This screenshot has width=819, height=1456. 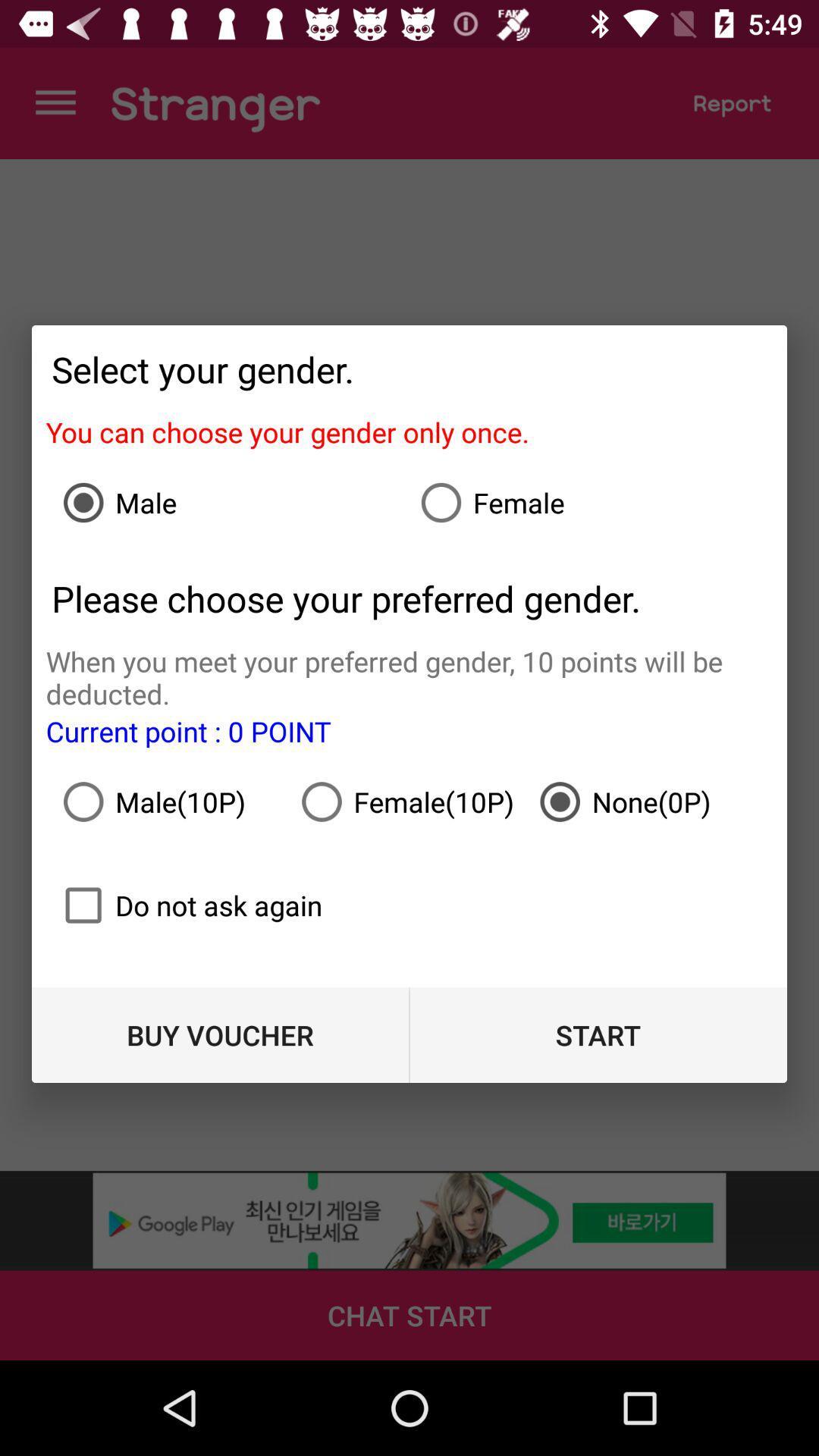 I want to click on icon above the do not ask, so click(x=408, y=801).